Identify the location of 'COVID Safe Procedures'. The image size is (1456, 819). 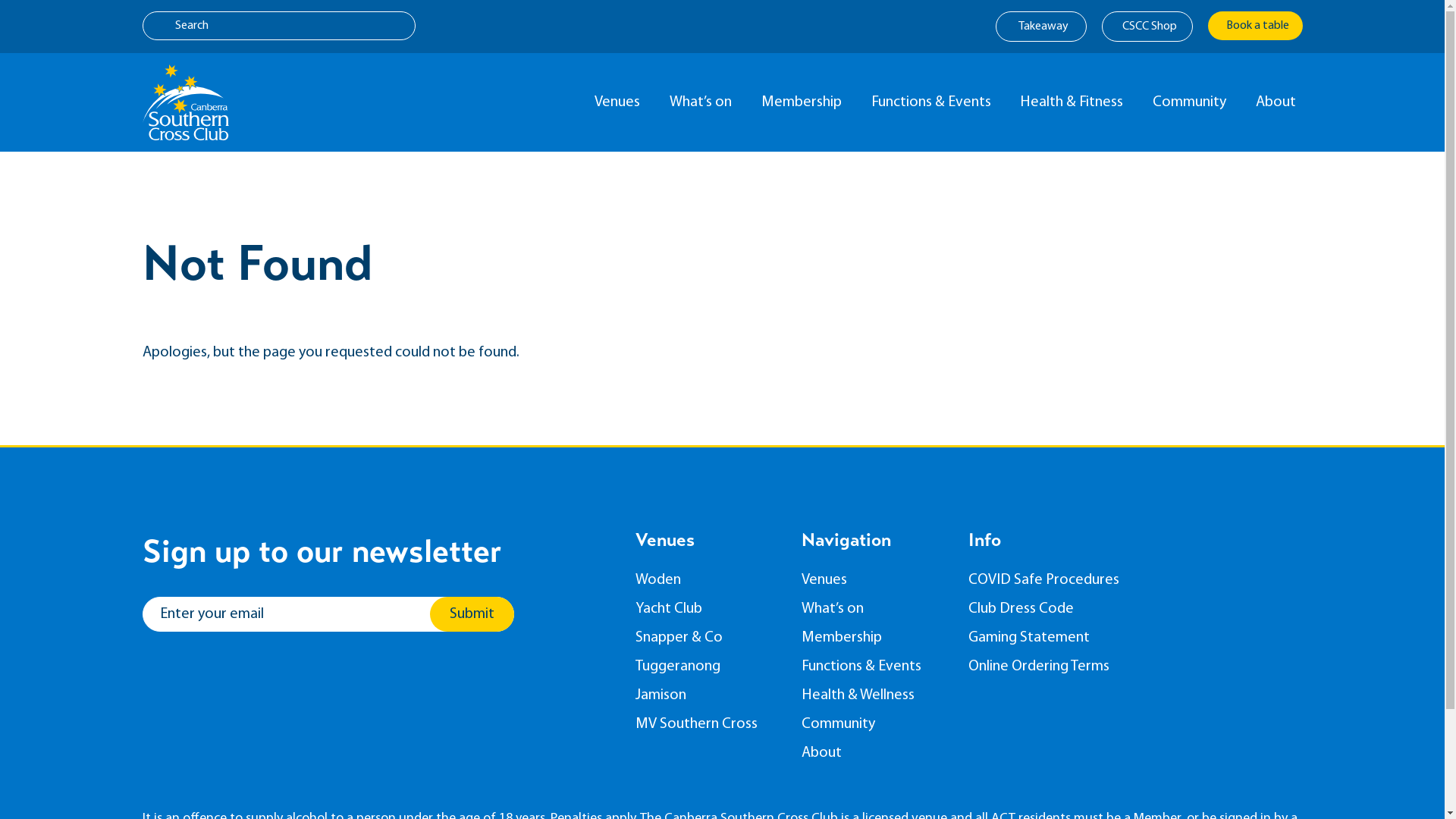
(1051, 579).